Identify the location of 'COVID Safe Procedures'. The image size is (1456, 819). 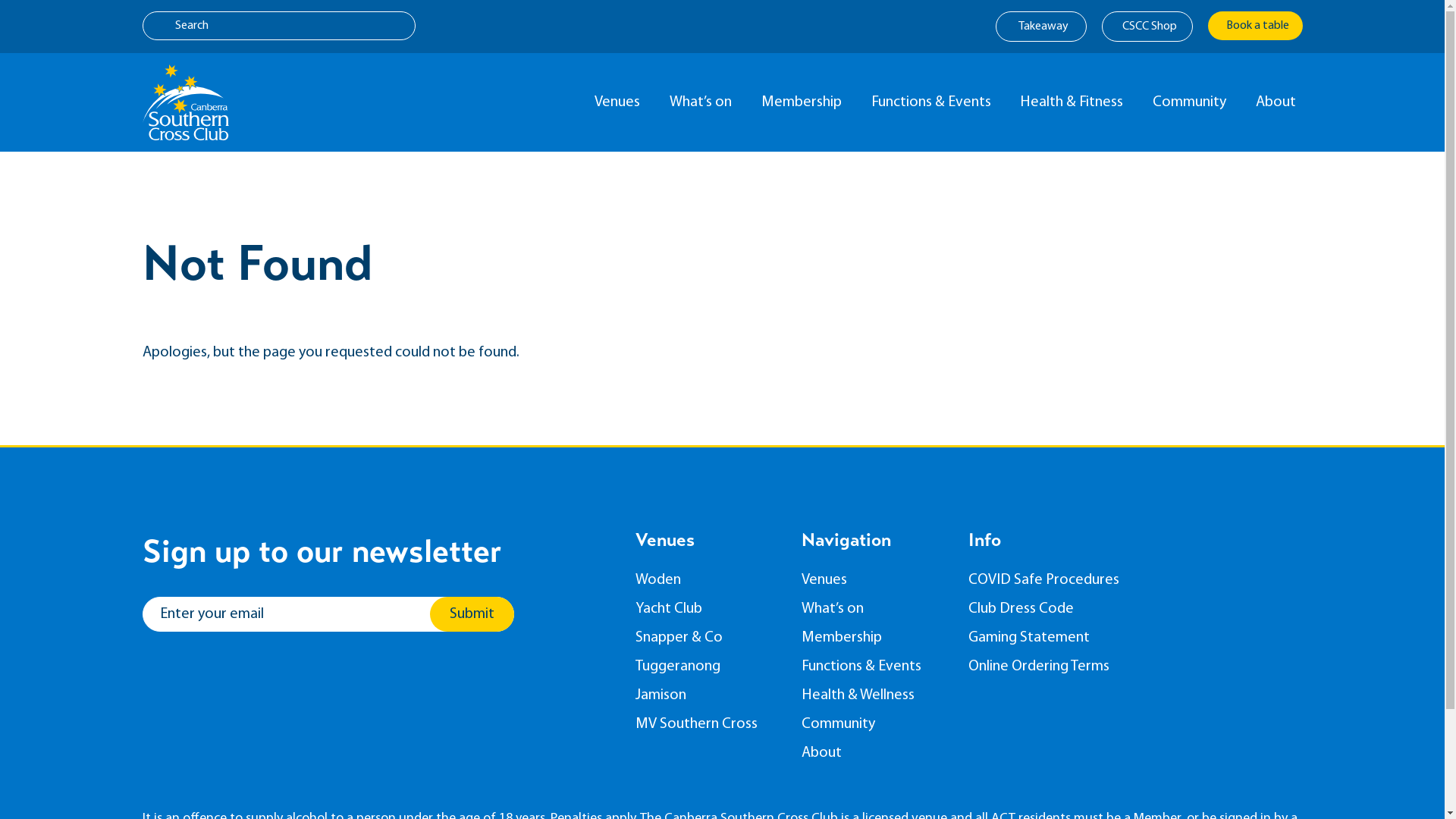
(1051, 579).